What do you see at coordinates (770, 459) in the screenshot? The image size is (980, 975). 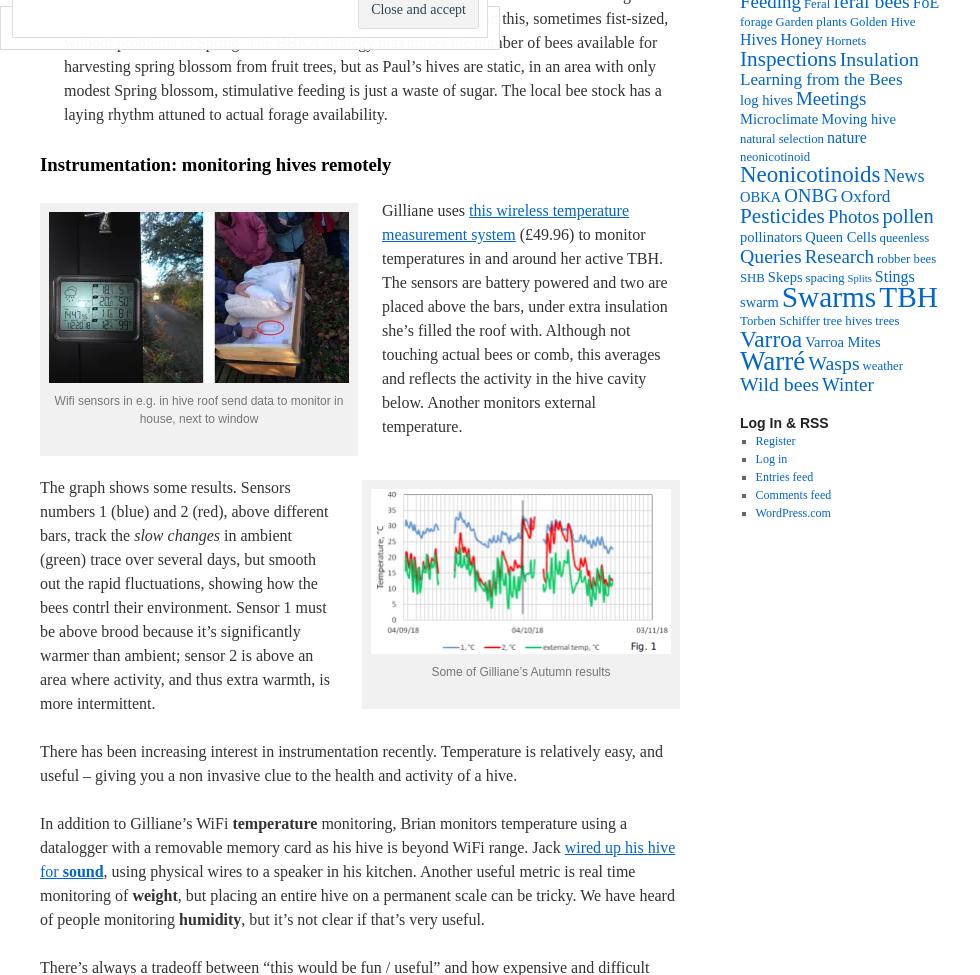 I see `'Log in'` at bounding box center [770, 459].